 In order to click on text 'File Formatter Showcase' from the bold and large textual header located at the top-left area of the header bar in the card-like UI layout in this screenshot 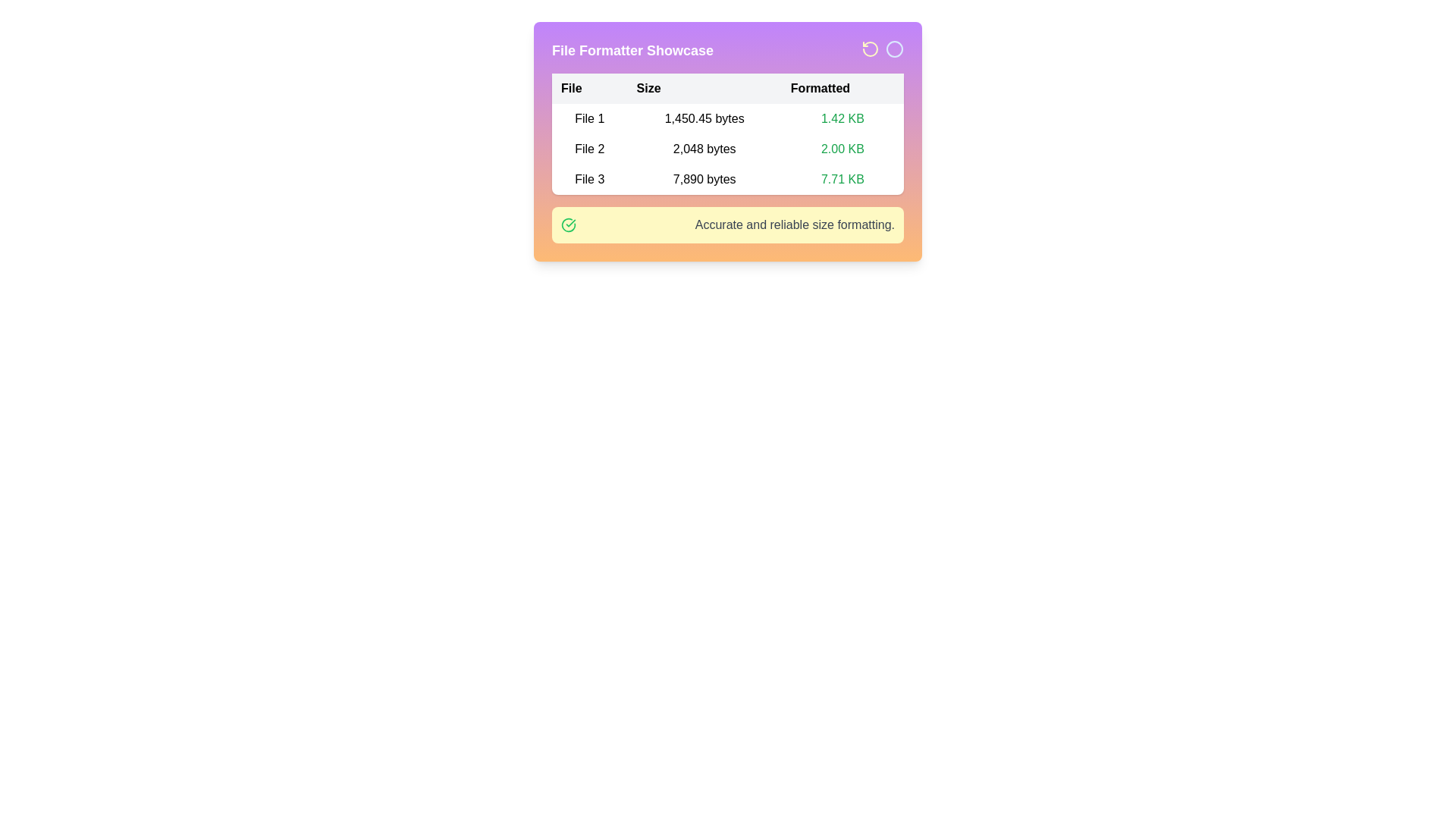, I will do `click(632, 49)`.